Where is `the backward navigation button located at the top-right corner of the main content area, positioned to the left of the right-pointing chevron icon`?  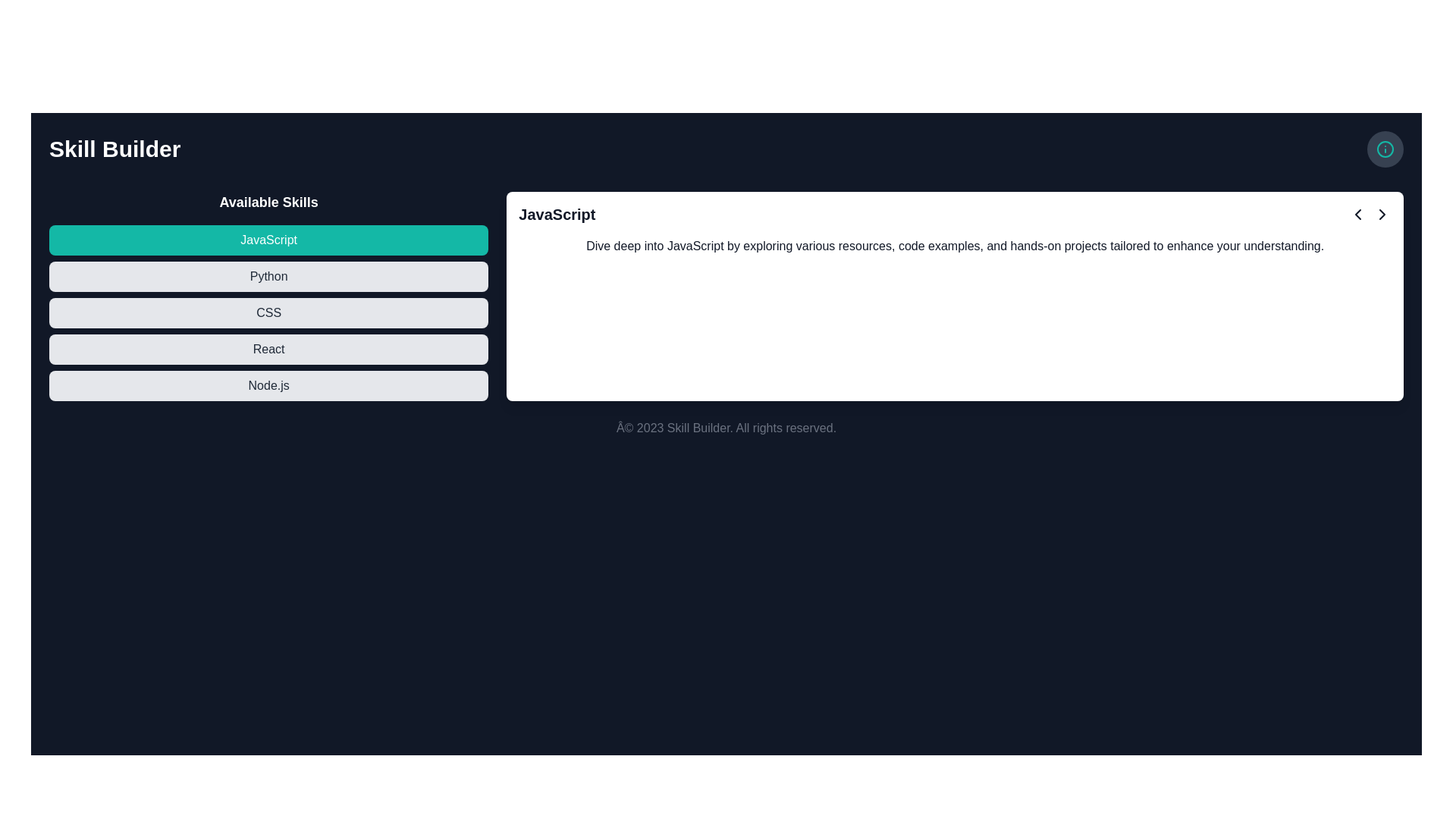 the backward navigation button located at the top-right corner of the main content area, positioned to the left of the right-pointing chevron icon is located at coordinates (1357, 214).